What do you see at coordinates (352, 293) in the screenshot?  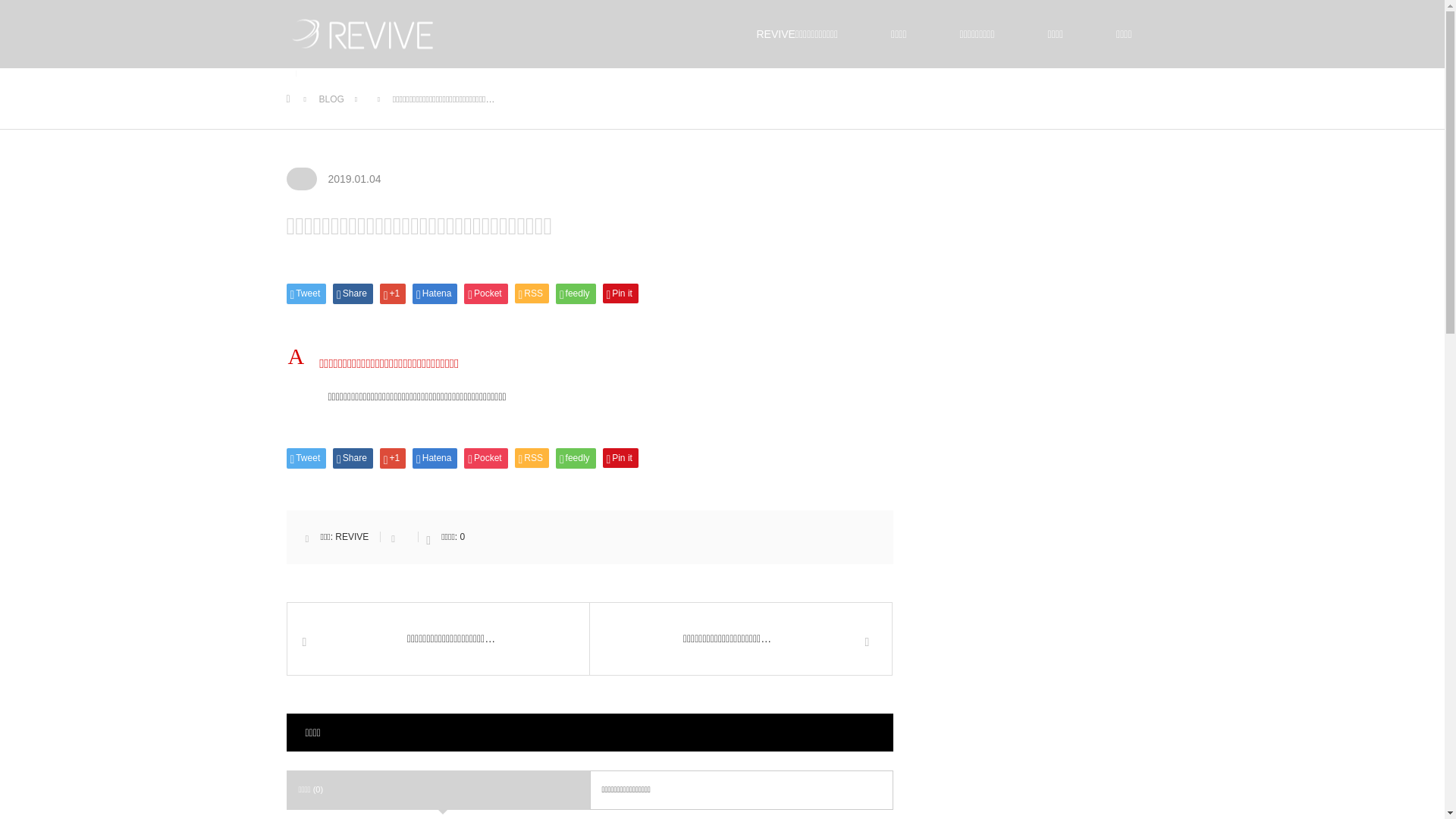 I see `'Share'` at bounding box center [352, 293].